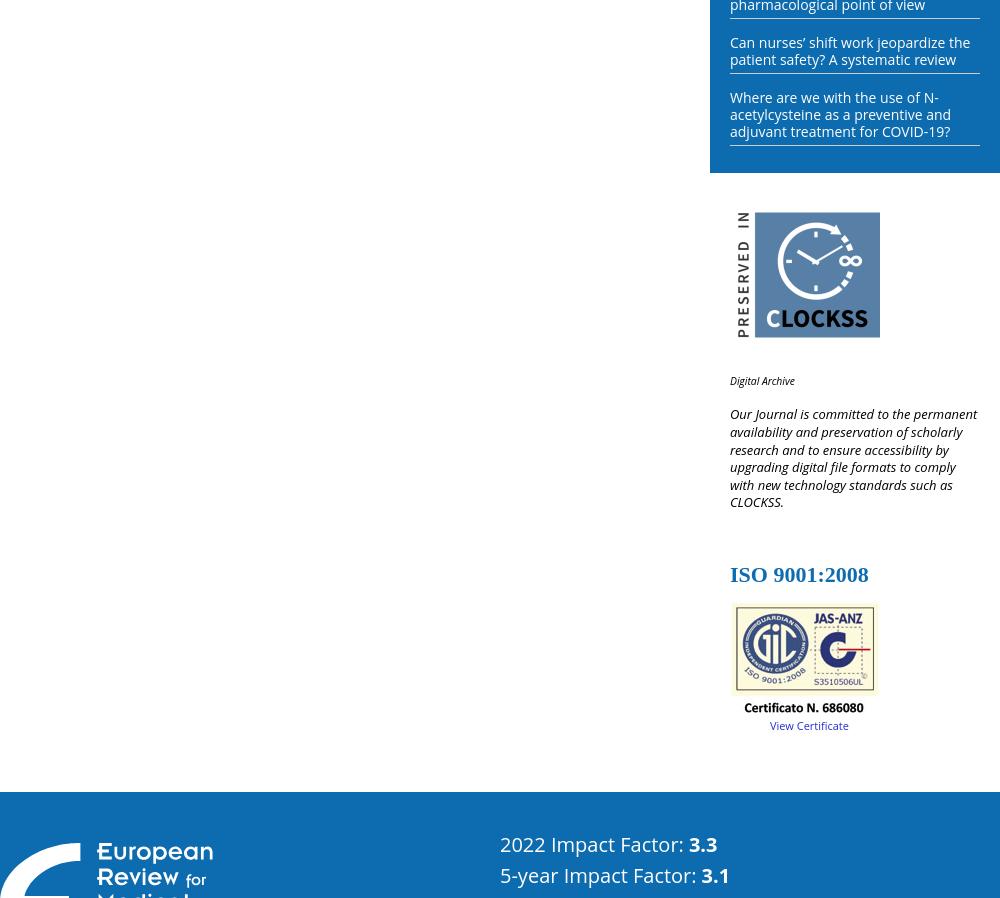 The image size is (1000, 898). What do you see at coordinates (839, 113) in the screenshot?
I see `'Where are we with the use of N-acetylcysteine as a preventive and adjuvant treatment for COVID-19?'` at bounding box center [839, 113].